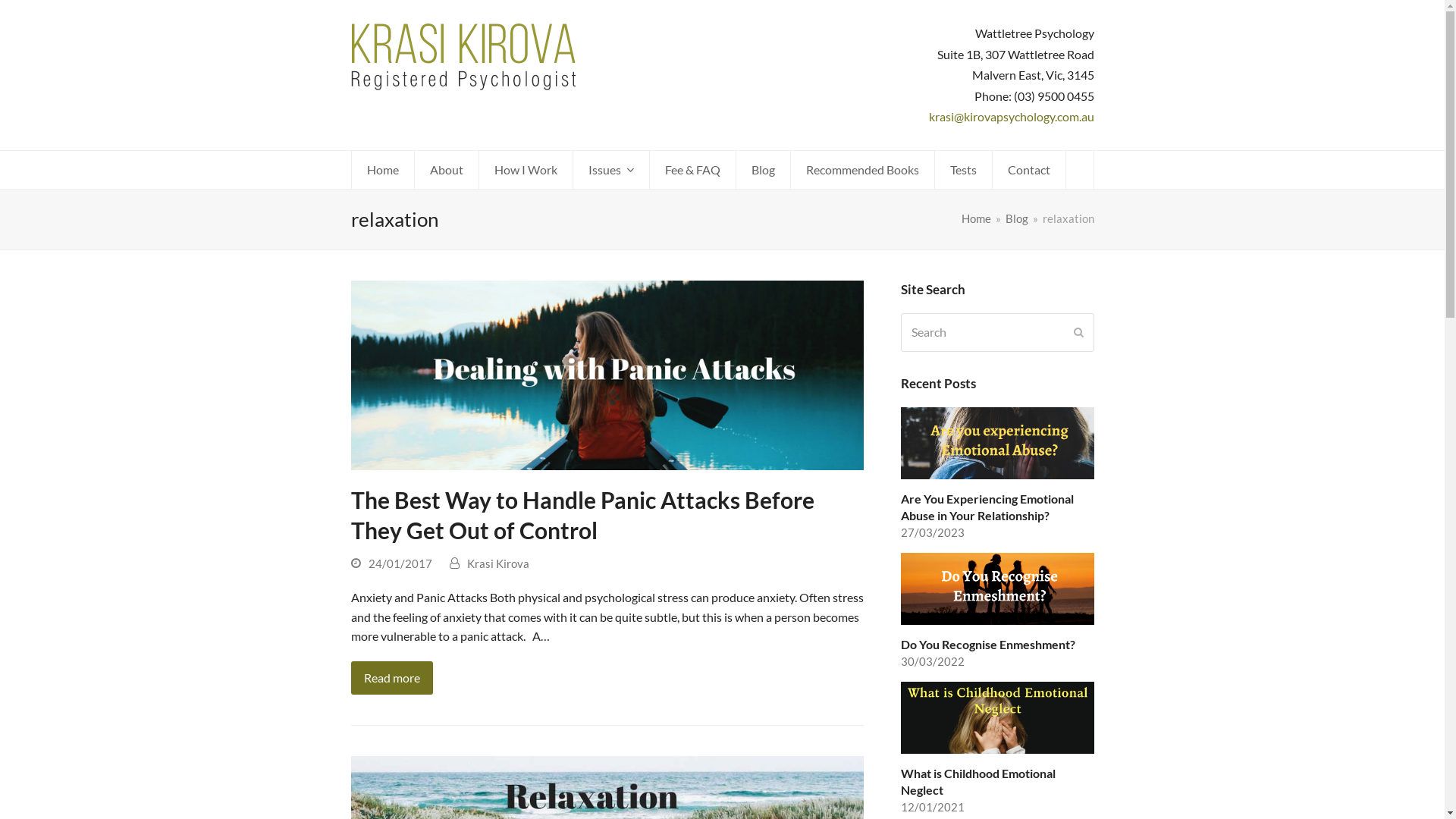 The width and height of the screenshot is (1456, 819). Describe the element at coordinates (391, 677) in the screenshot. I see `'Read more'` at that location.